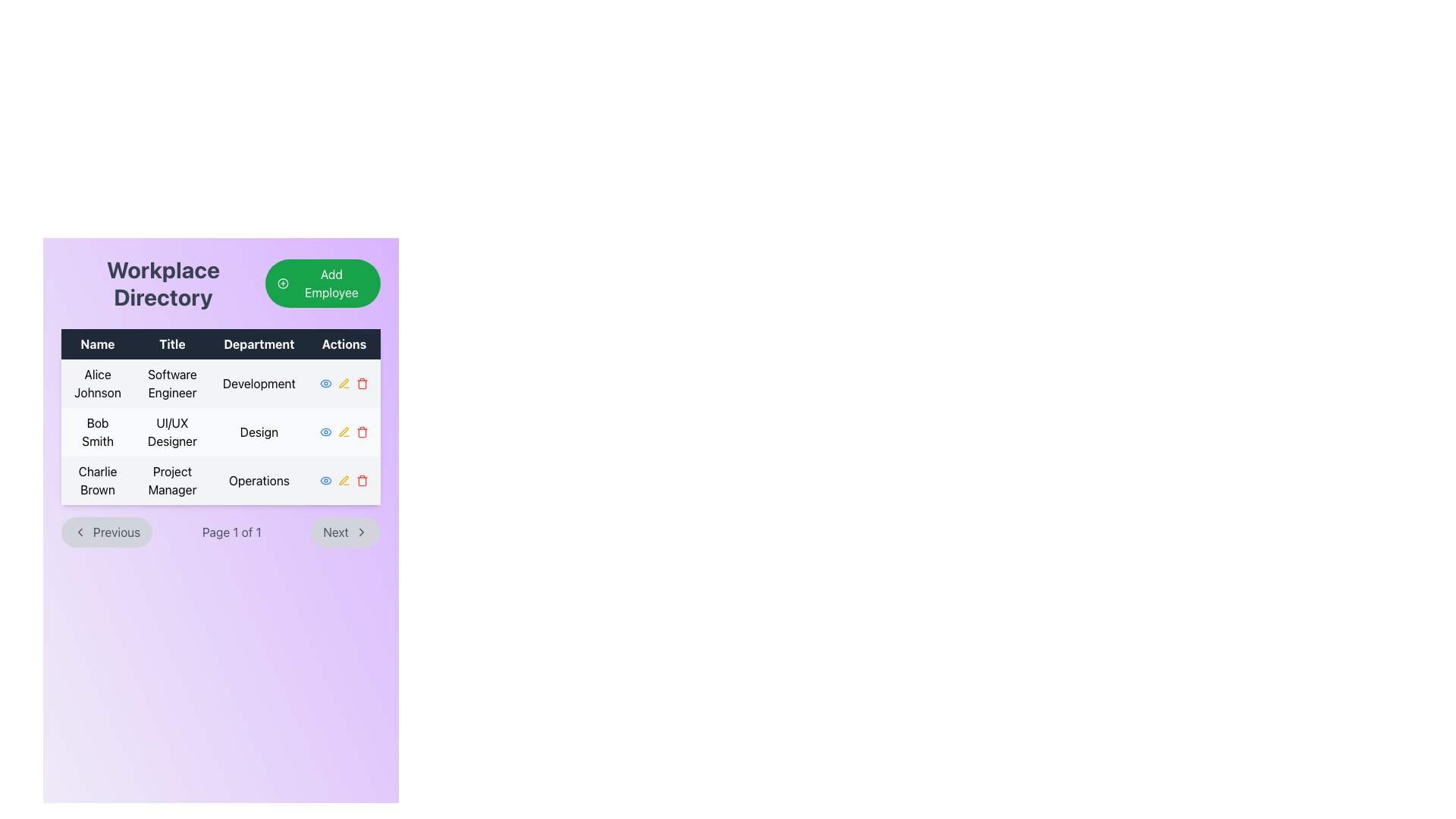 This screenshot has height=819, width=1456. What do you see at coordinates (97, 344) in the screenshot?
I see `the 'Name' header label in the table, which is located at the top-left corner of the header row` at bounding box center [97, 344].